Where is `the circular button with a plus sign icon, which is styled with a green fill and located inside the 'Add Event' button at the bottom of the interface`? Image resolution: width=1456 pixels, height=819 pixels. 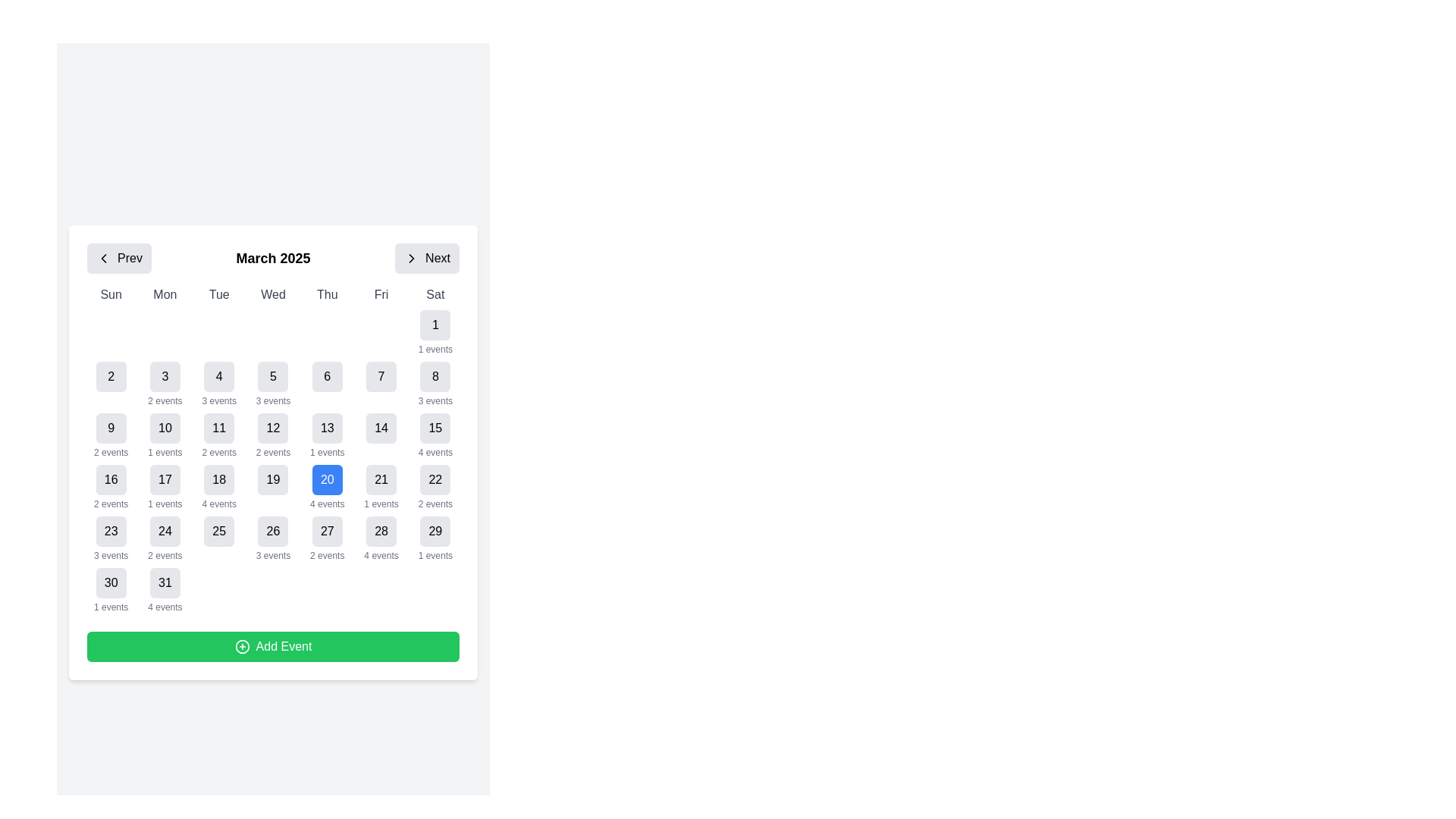
the circular button with a plus sign icon, which is styled with a green fill and located inside the 'Add Event' button at the bottom of the interface is located at coordinates (241, 646).